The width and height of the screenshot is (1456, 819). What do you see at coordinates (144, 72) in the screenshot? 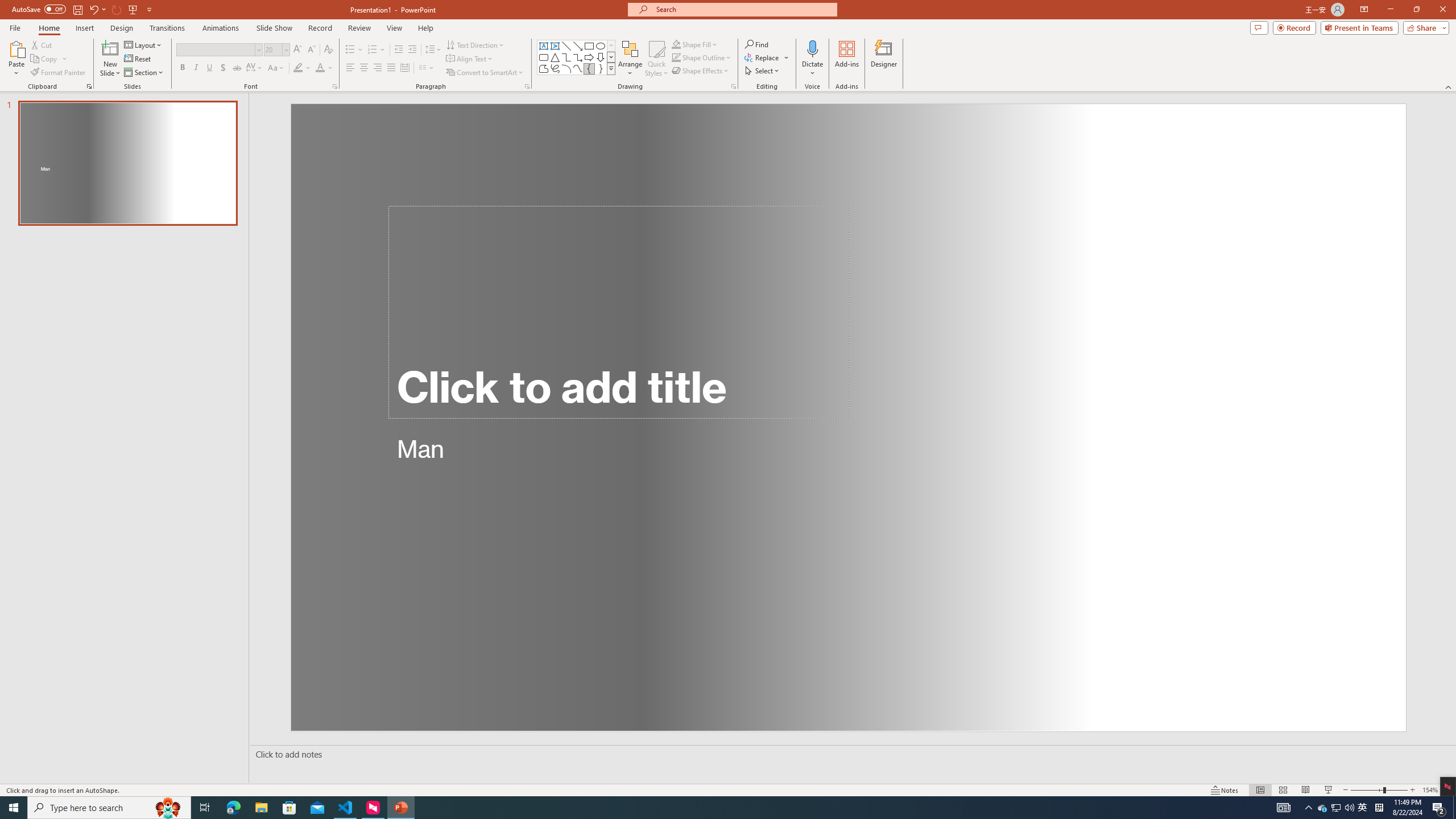
I see `'Section'` at bounding box center [144, 72].